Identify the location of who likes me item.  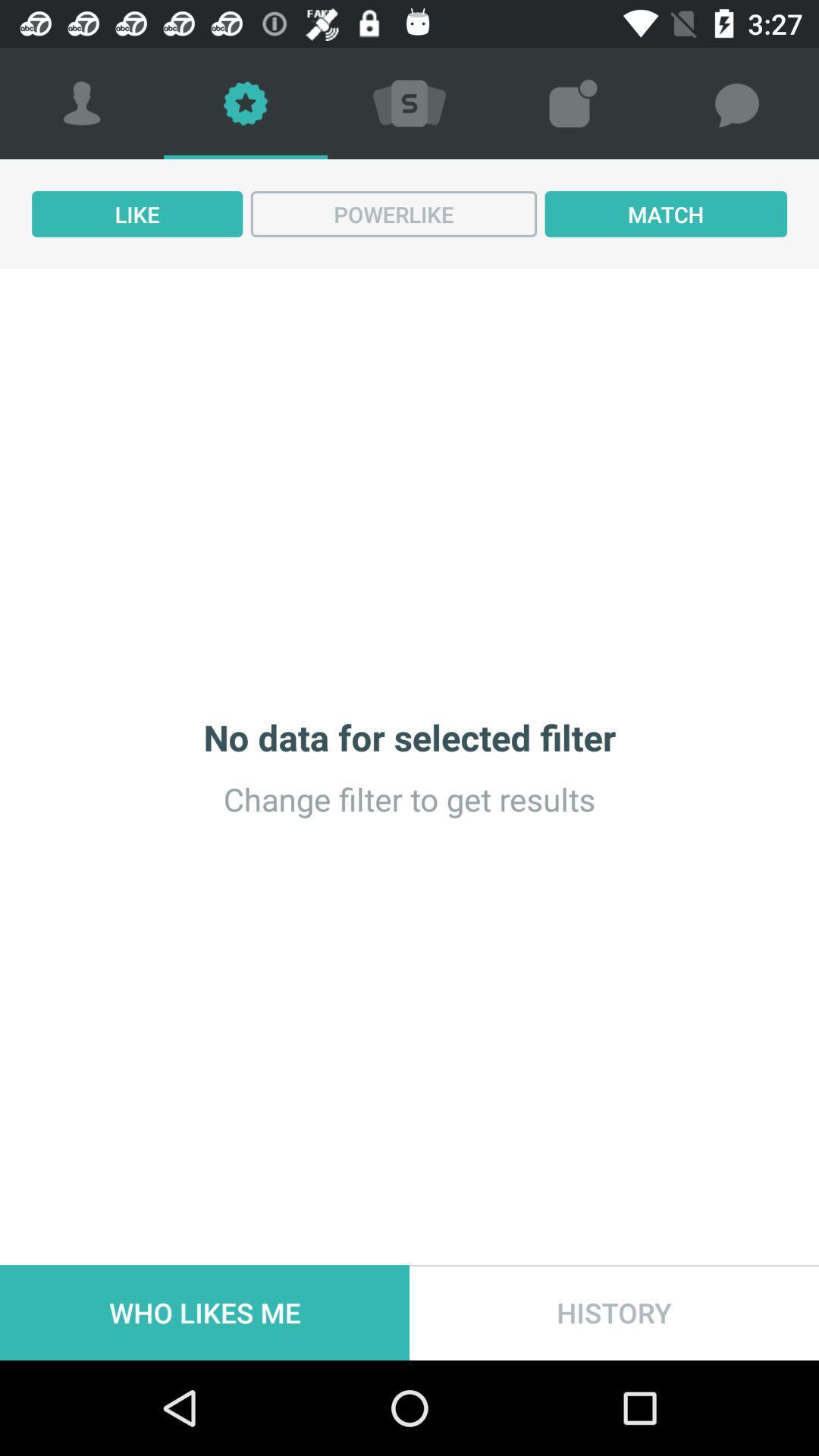
(205, 1312).